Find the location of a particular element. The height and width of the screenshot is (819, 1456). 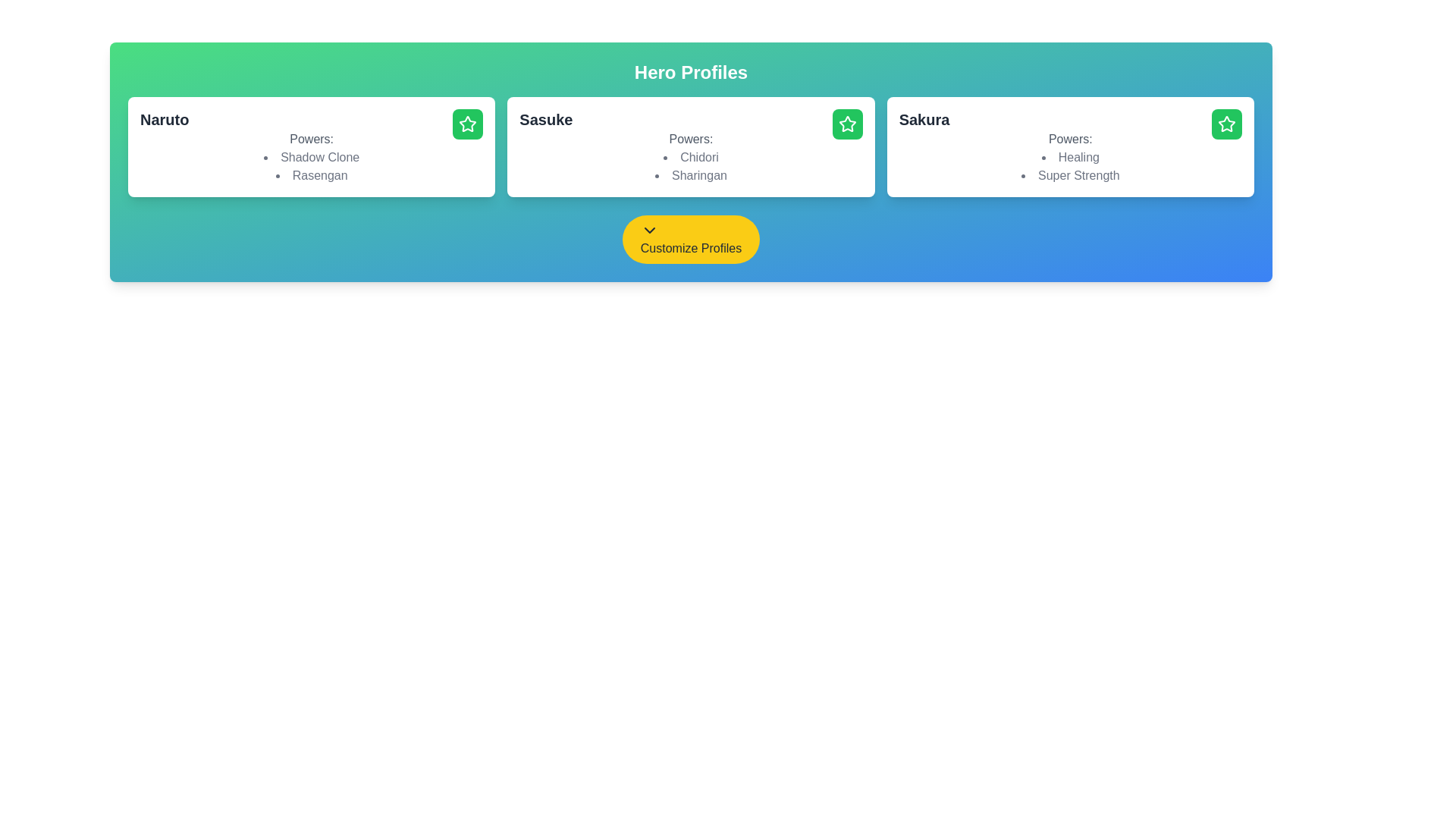

the star icon button located in the top-right corner of the 'Sakura' card is located at coordinates (1226, 124).